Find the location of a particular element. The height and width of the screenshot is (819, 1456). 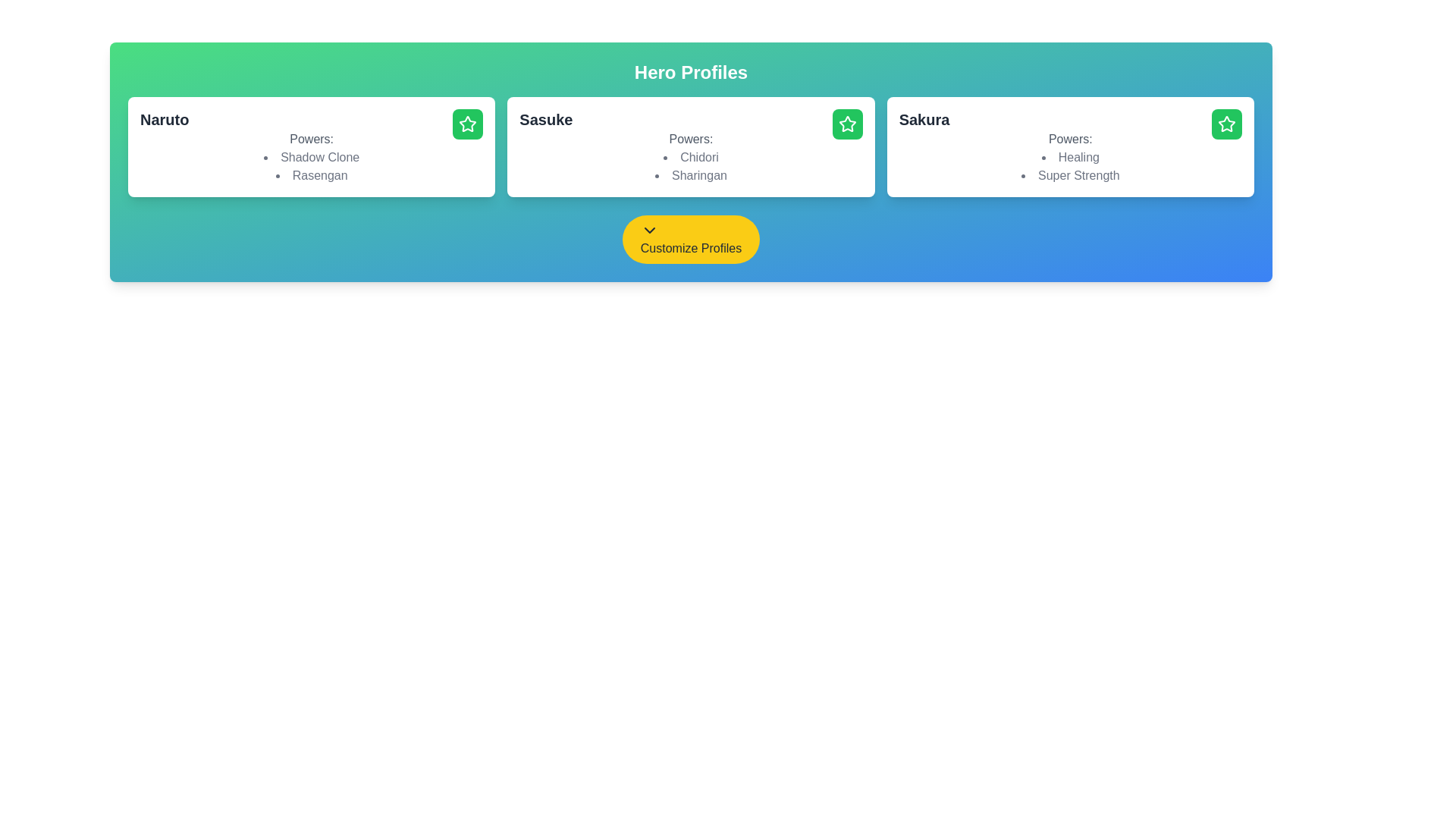

the star icon button located in the top-right corner of the 'Sakura' card is located at coordinates (1226, 124).